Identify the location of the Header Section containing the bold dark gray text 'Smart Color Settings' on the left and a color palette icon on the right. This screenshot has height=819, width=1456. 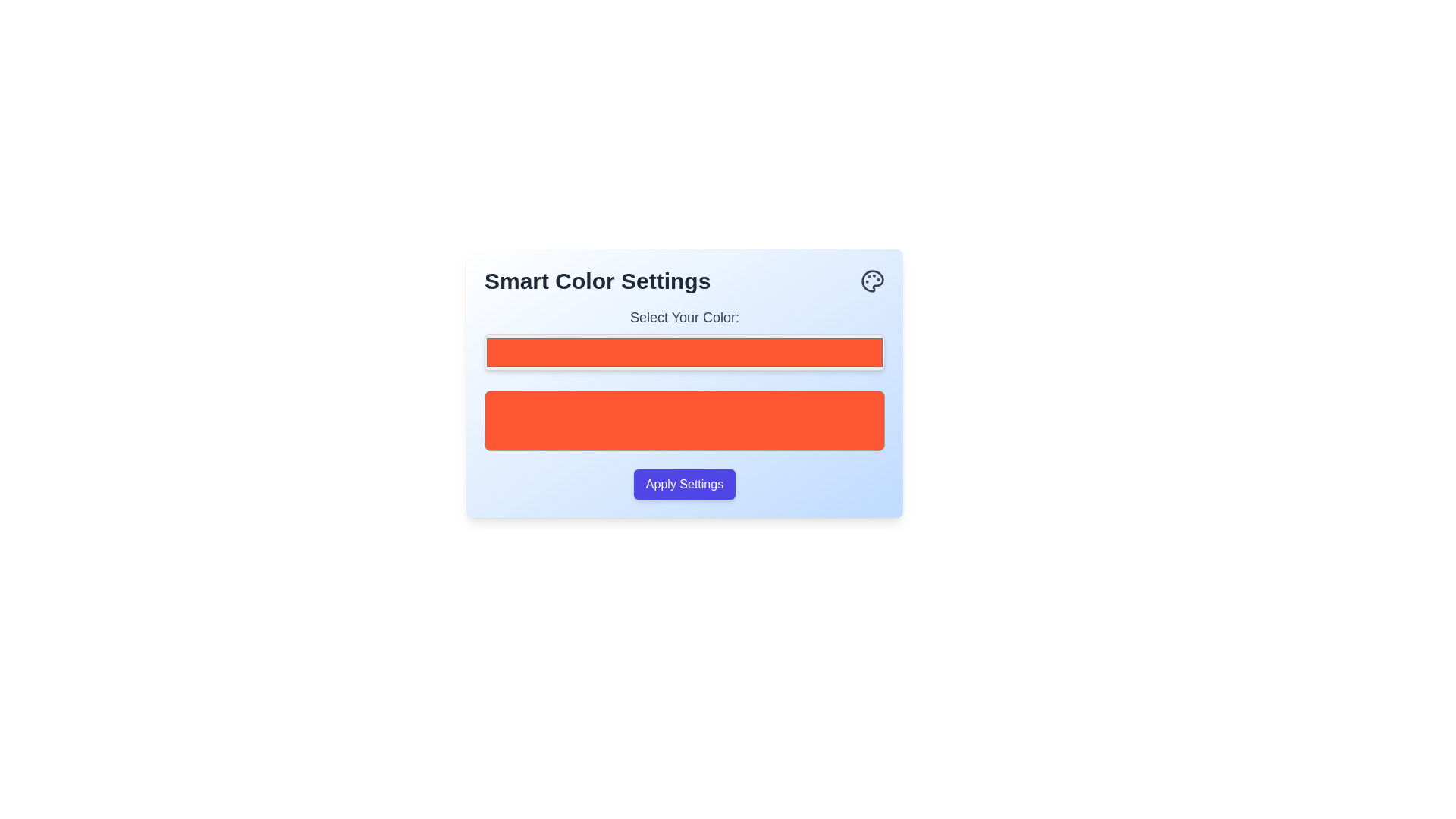
(683, 281).